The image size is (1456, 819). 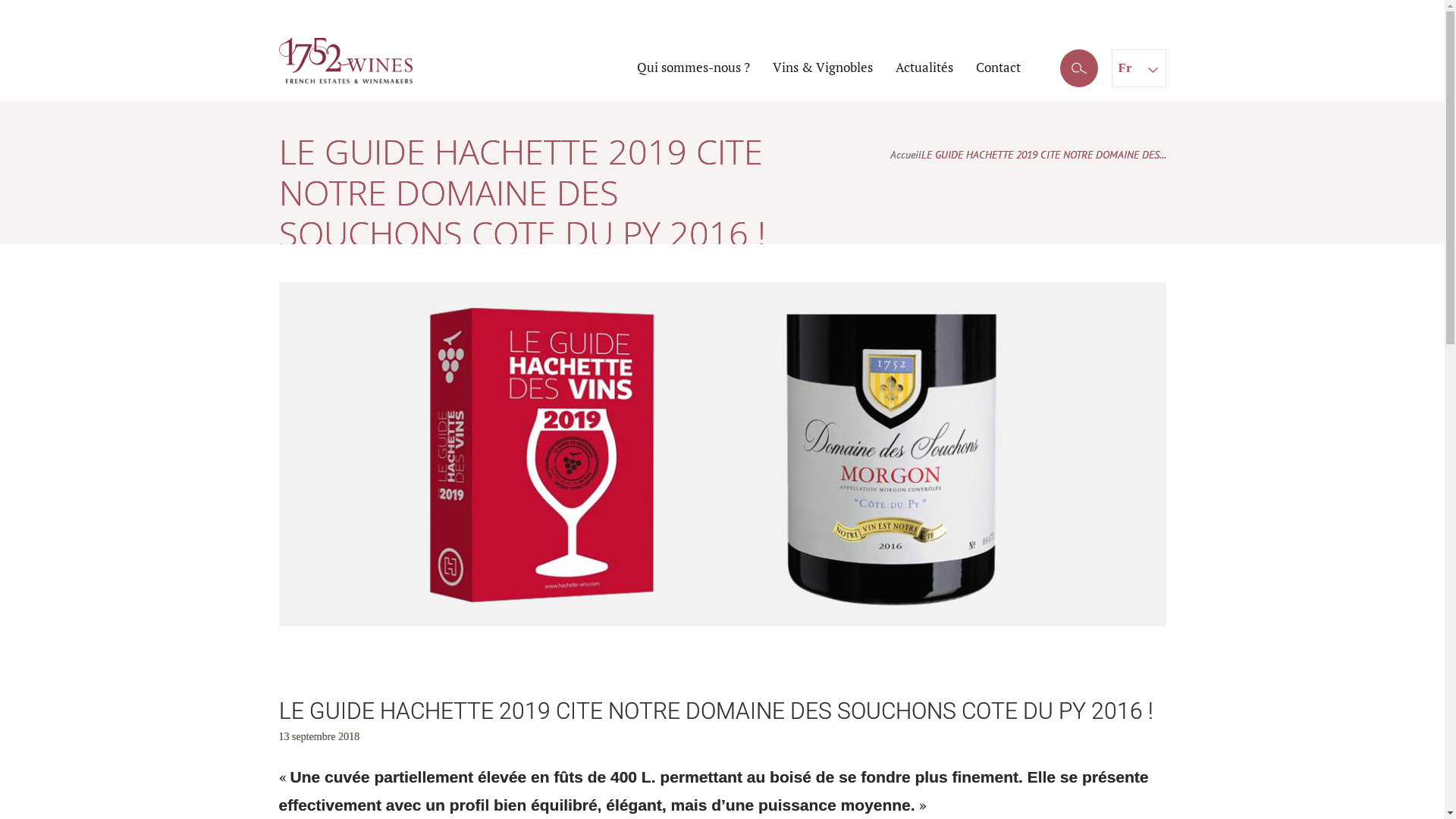 What do you see at coordinates (692, 66) in the screenshot?
I see `'Qui sommes-nous ?'` at bounding box center [692, 66].